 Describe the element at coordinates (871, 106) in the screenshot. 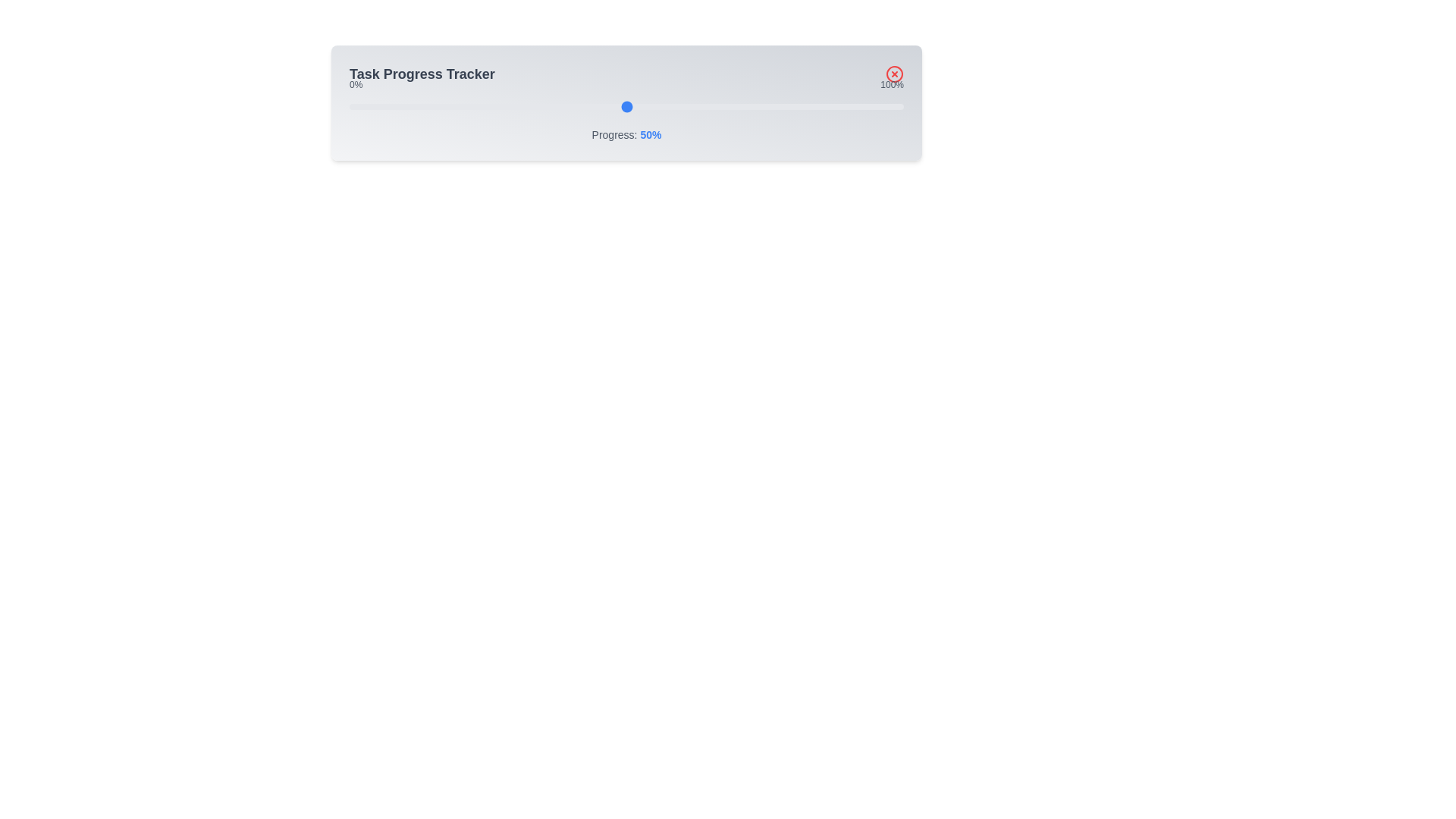

I see `the slider` at that location.